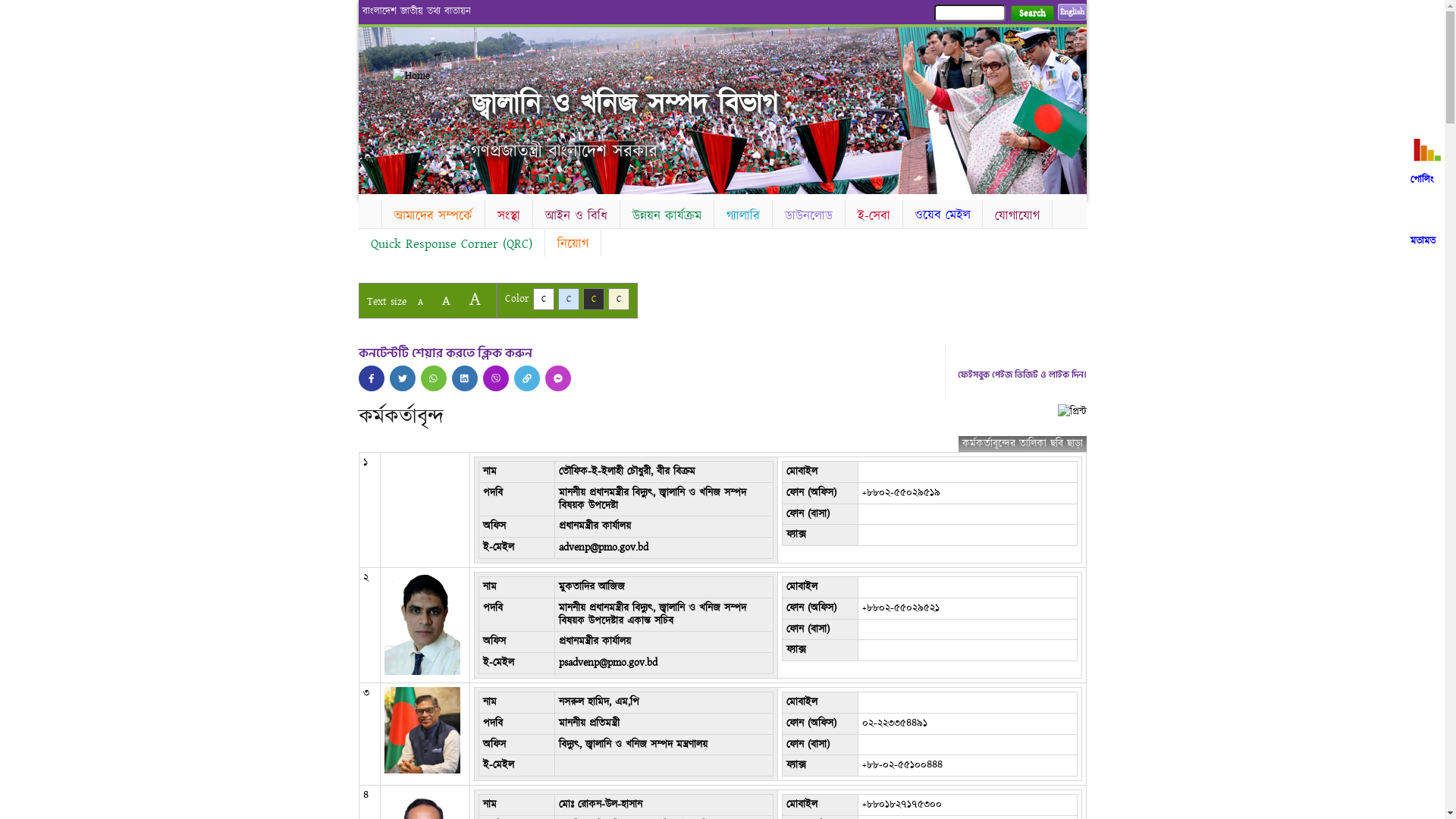 This screenshot has height=819, width=1456. Describe the element at coordinates (619, 299) in the screenshot. I see `'C'` at that location.